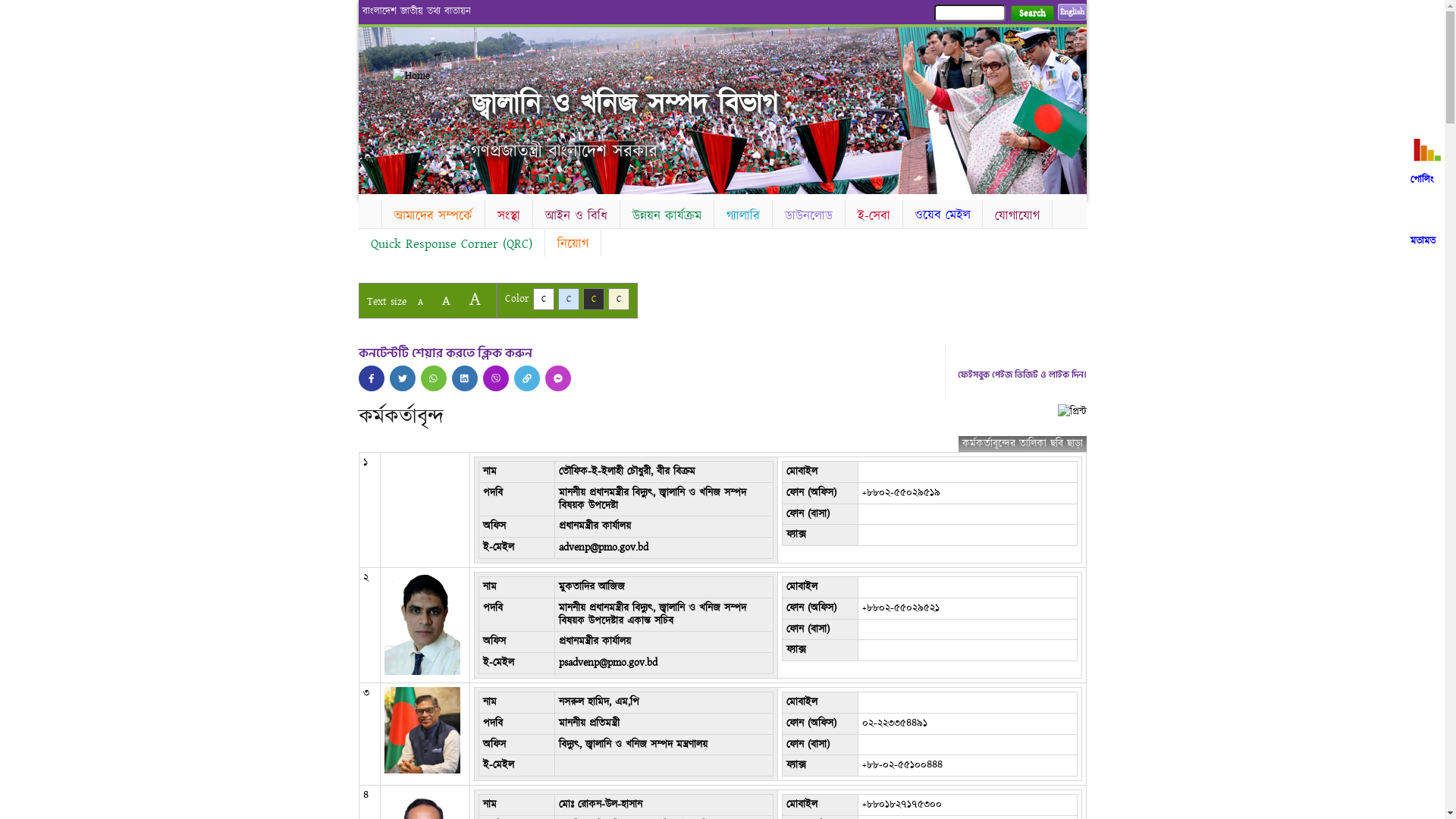 This screenshot has height=819, width=1456. Describe the element at coordinates (619, 299) in the screenshot. I see `'C'` at that location.